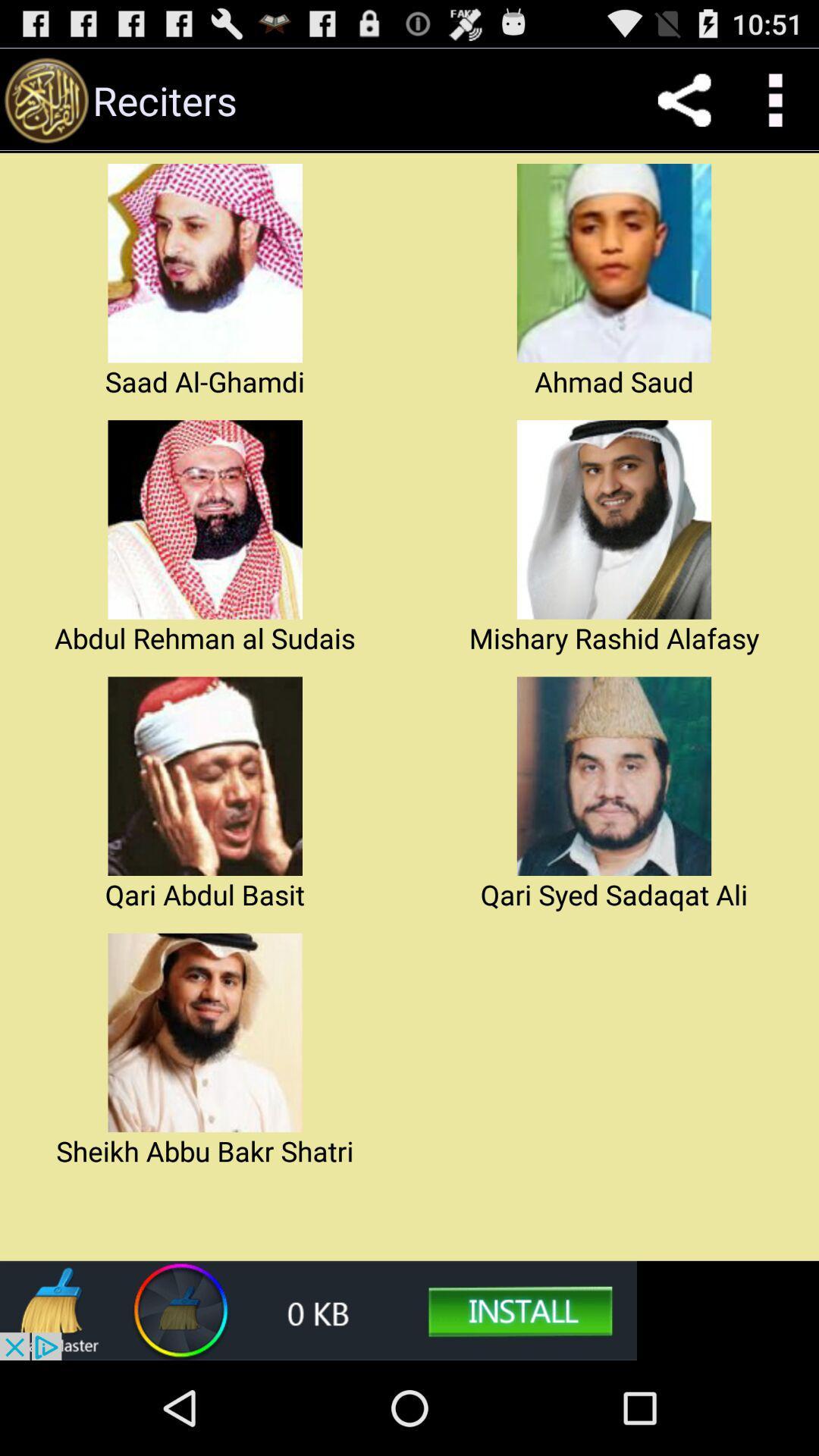 Image resolution: width=819 pixels, height=1456 pixels. Describe the element at coordinates (684, 99) in the screenshot. I see `sharing files` at that location.